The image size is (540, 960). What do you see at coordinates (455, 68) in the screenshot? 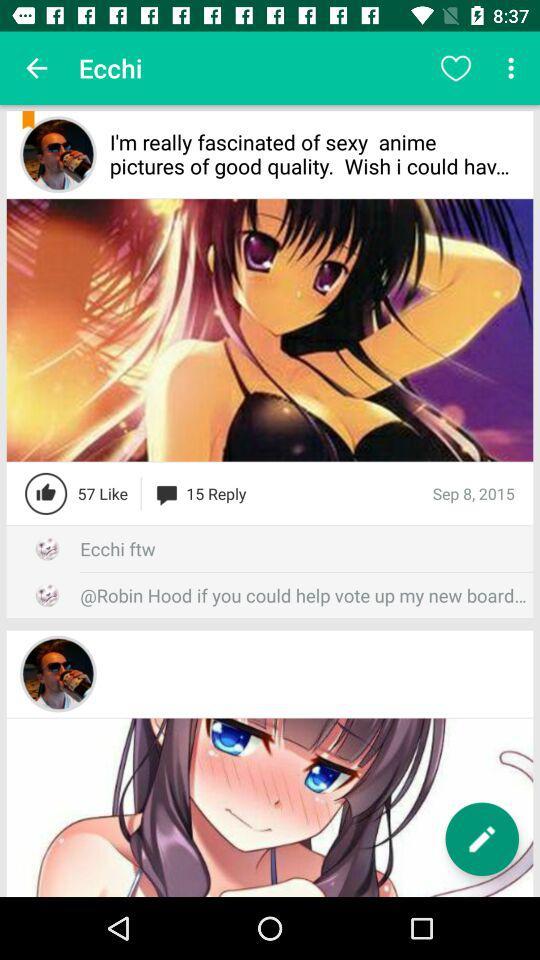
I see `icon to the right of ecchi  item` at bounding box center [455, 68].